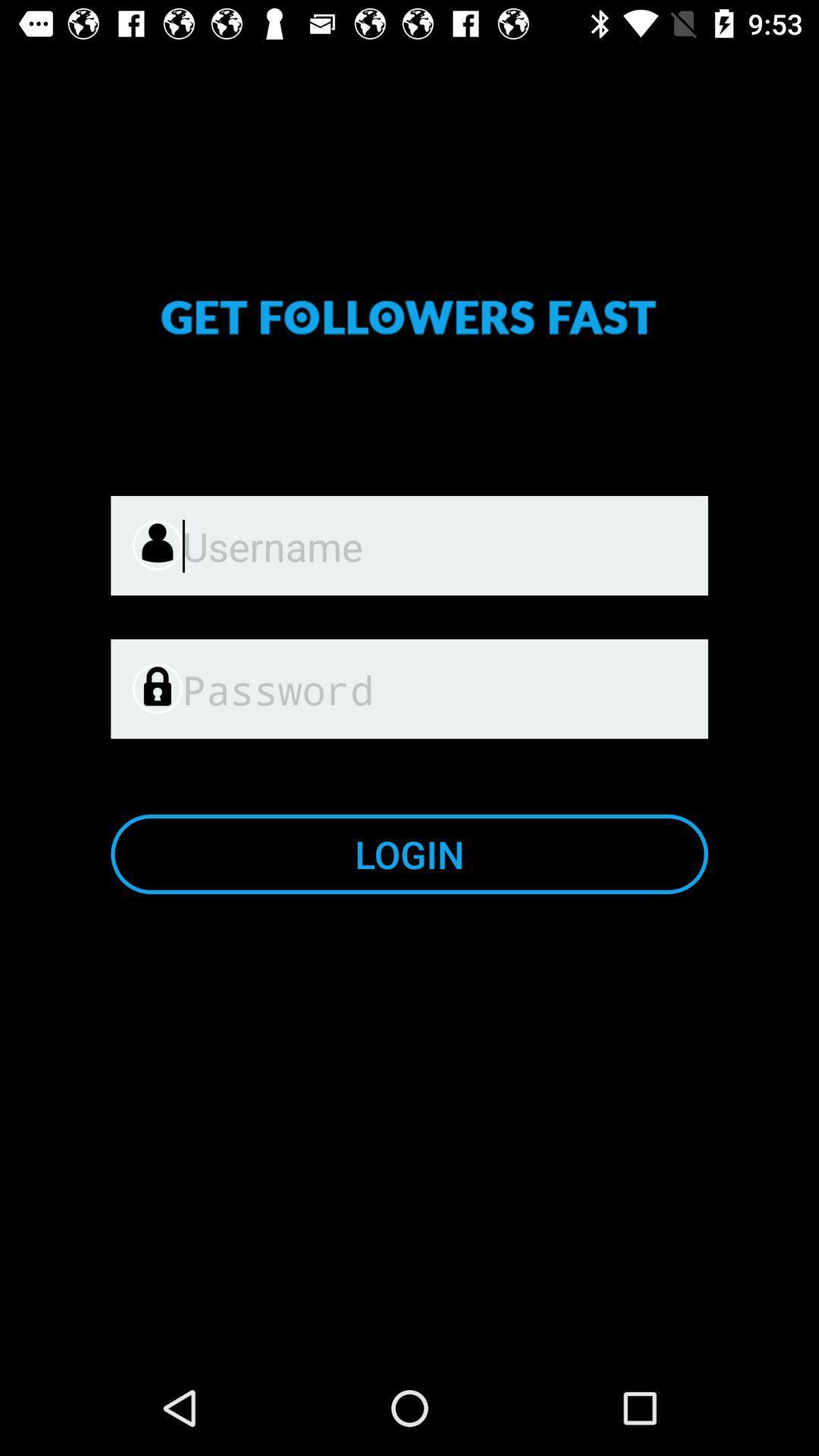  What do you see at coordinates (441, 689) in the screenshot?
I see `item above login` at bounding box center [441, 689].